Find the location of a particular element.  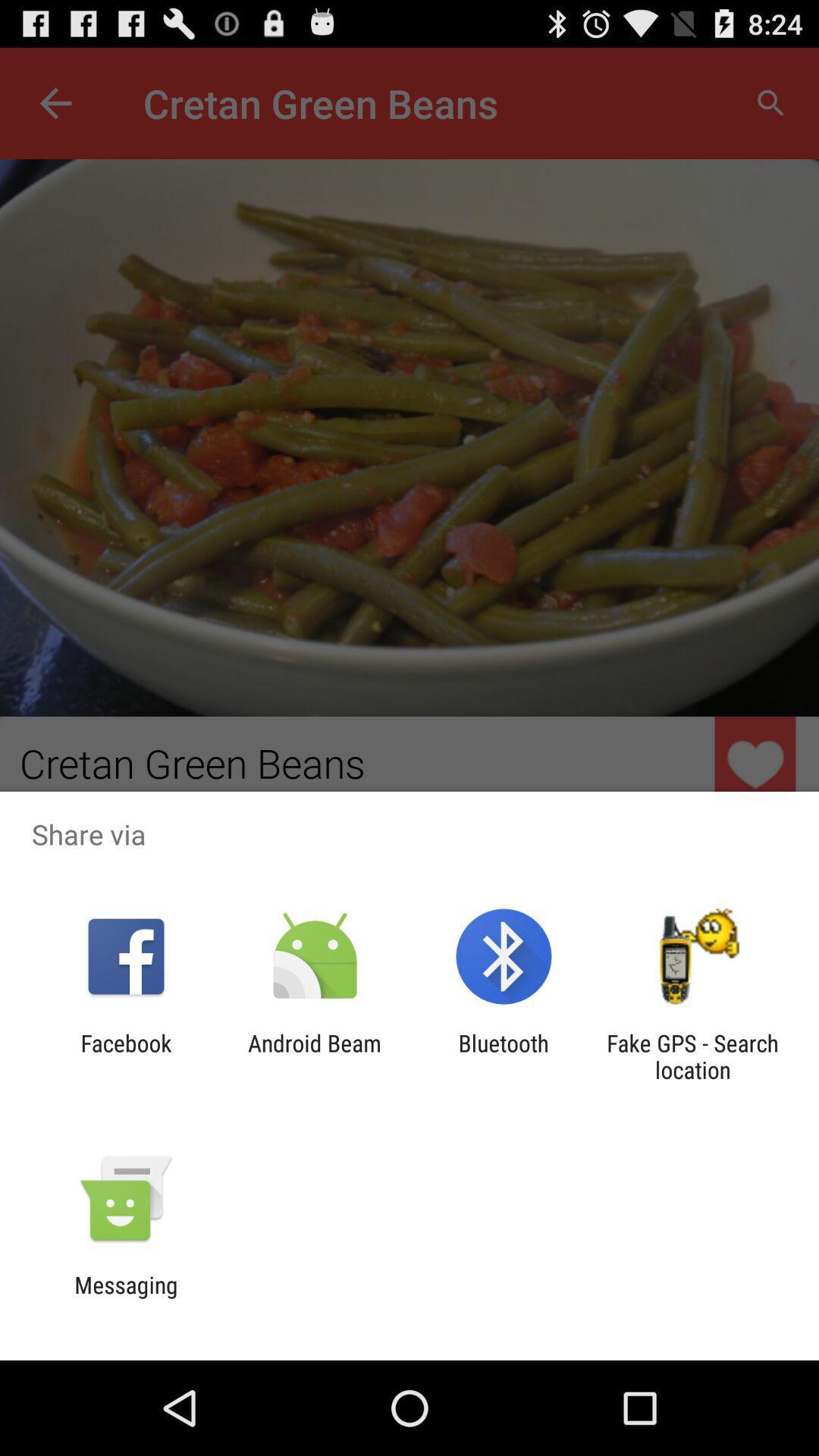

the android beam icon is located at coordinates (314, 1056).